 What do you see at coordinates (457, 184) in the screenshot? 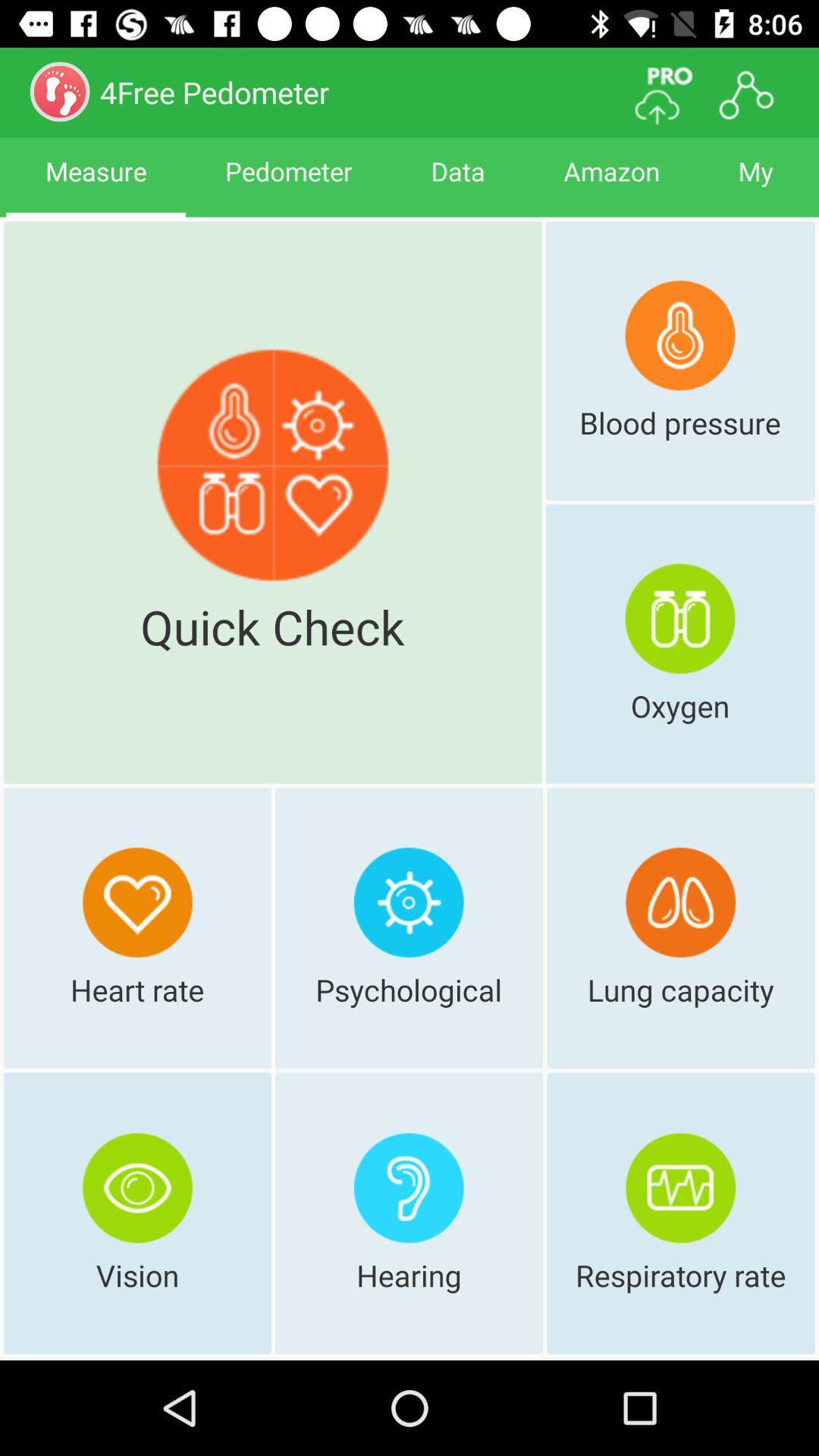
I see `icon to the left of amazon` at bounding box center [457, 184].